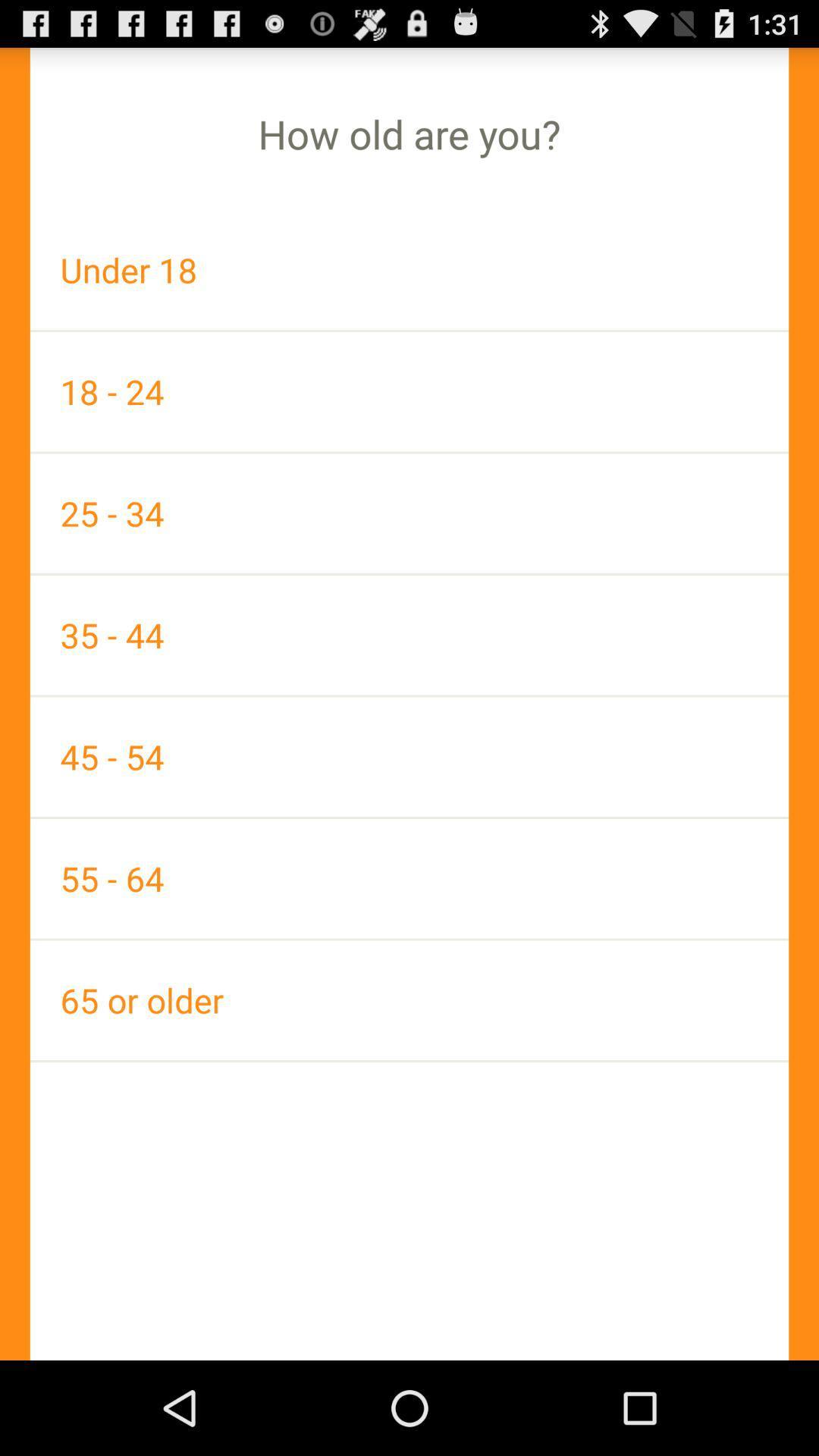 This screenshot has width=819, height=1456. Describe the element at coordinates (409, 757) in the screenshot. I see `icon below 35 - 44 item` at that location.